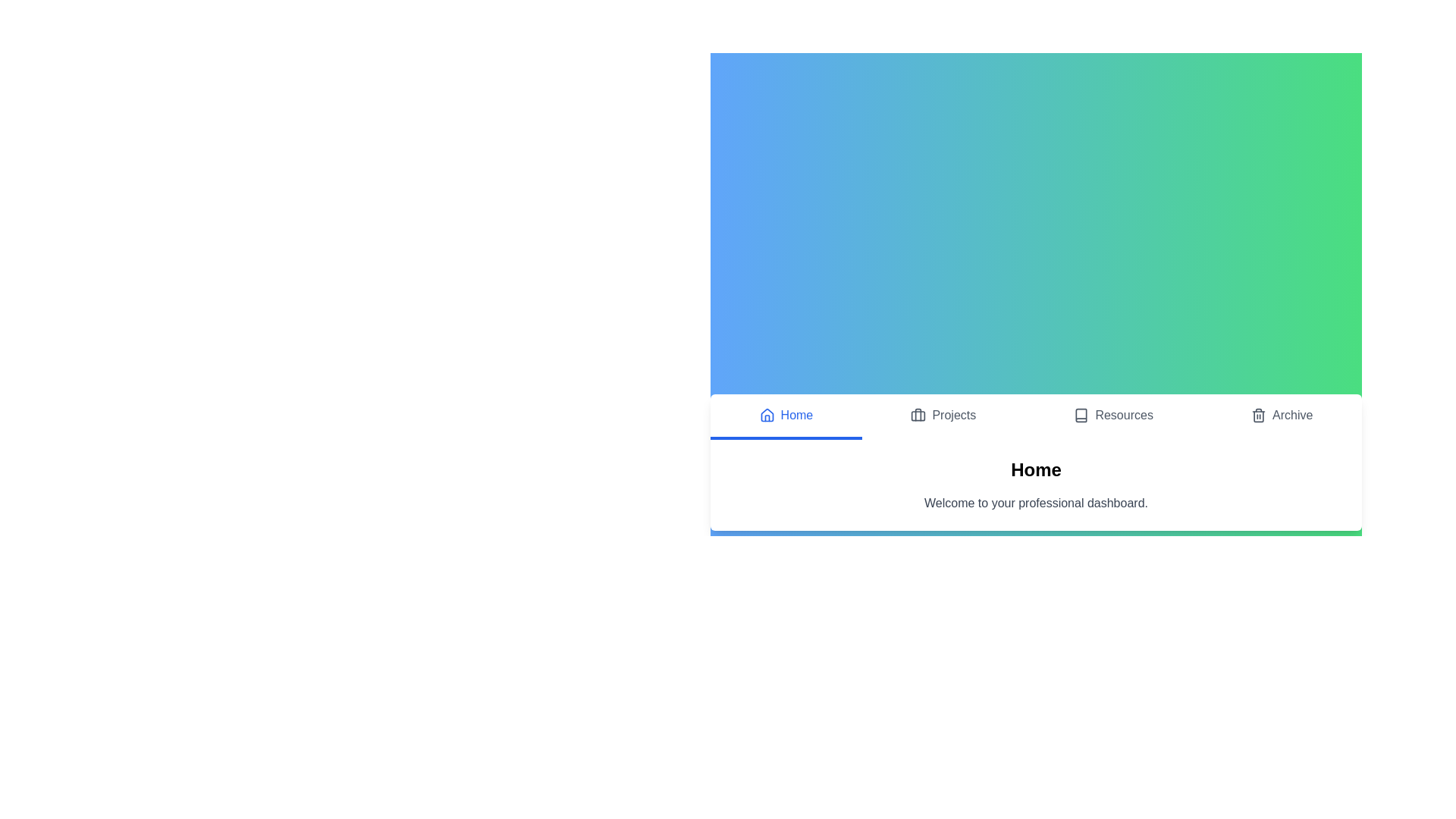 Image resolution: width=1456 pixels, height=819 pixels. I want to click on the icon of the Home tab, so click(767, 415).